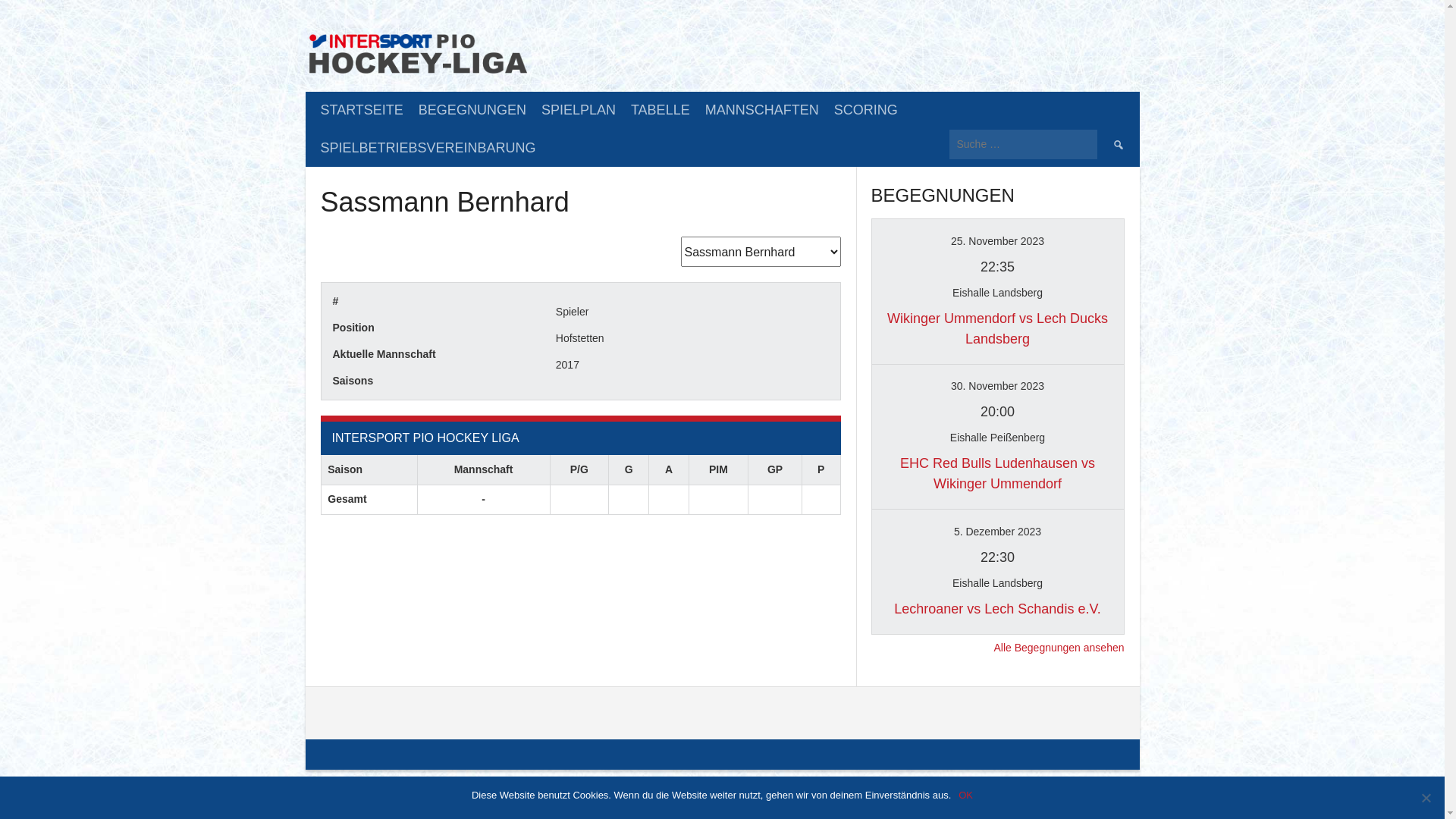  I want to click on 'Suche', so click(1117, 144).